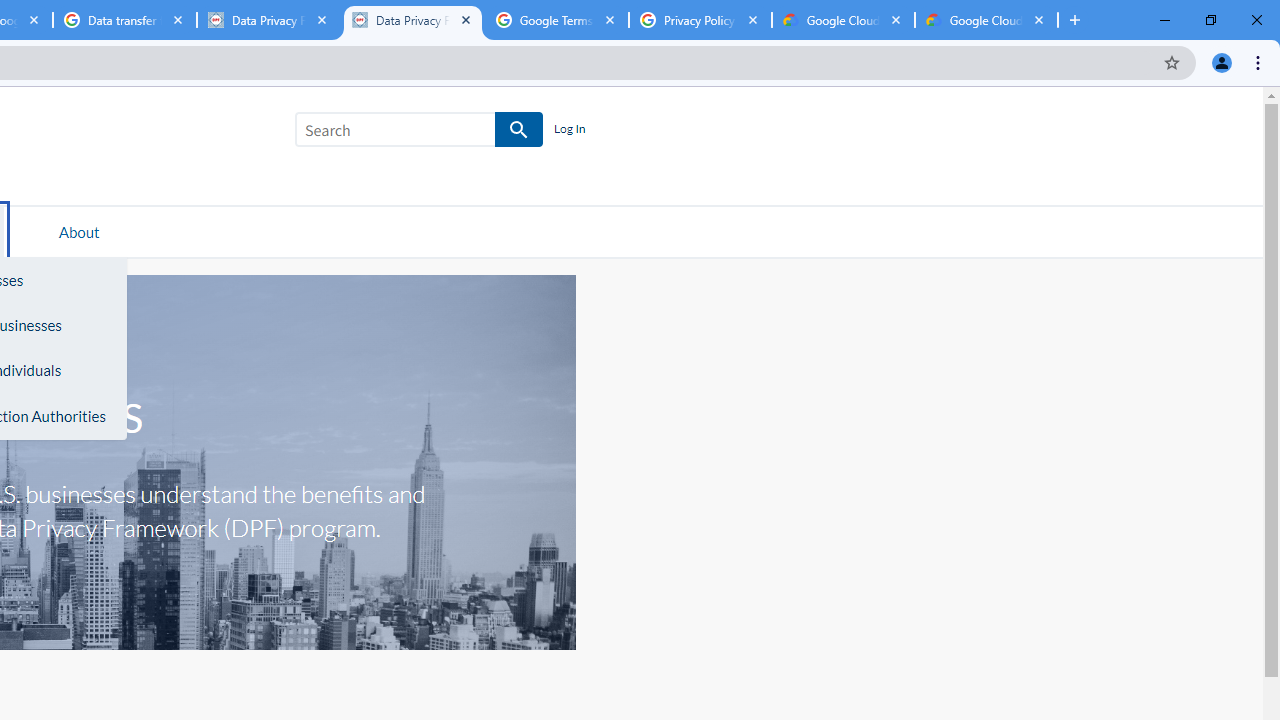  Describe the element at coordinates (568, 129) in the screenshot. I see `'Log In'` at that location.